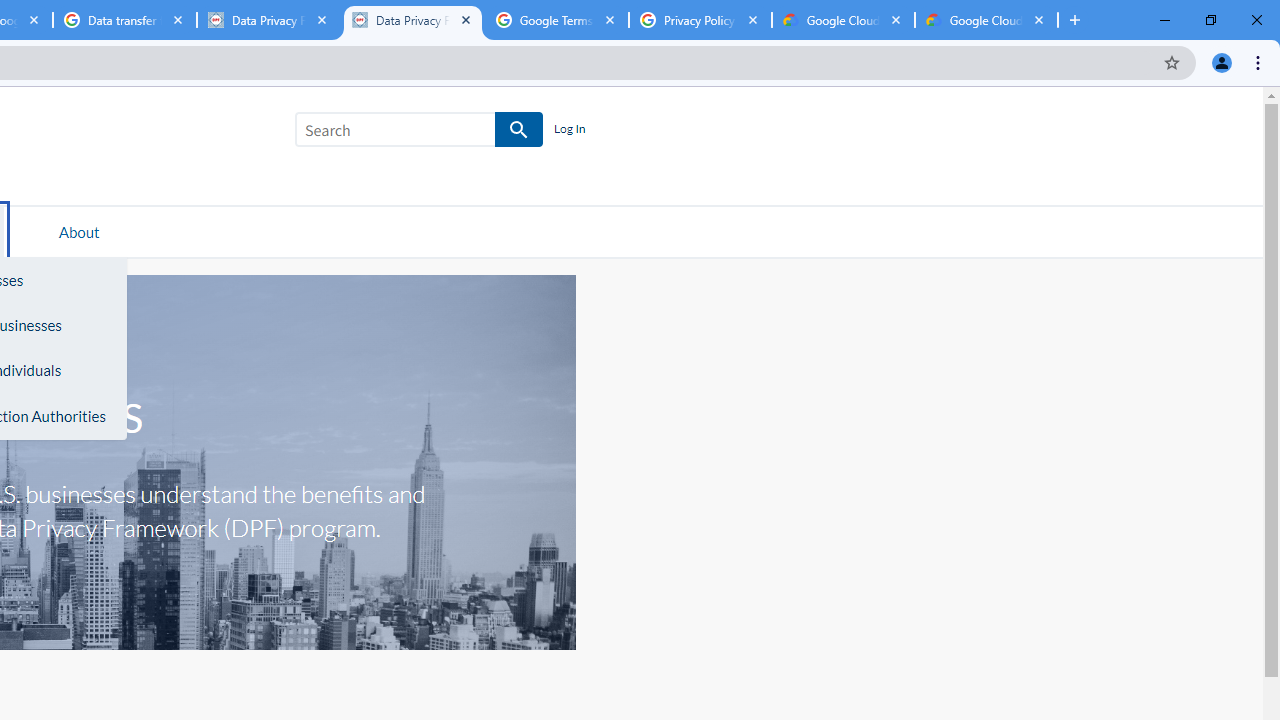  Describe the element at coordinates (568, 129) in the screenshot. I see `'Log In'` at that location.